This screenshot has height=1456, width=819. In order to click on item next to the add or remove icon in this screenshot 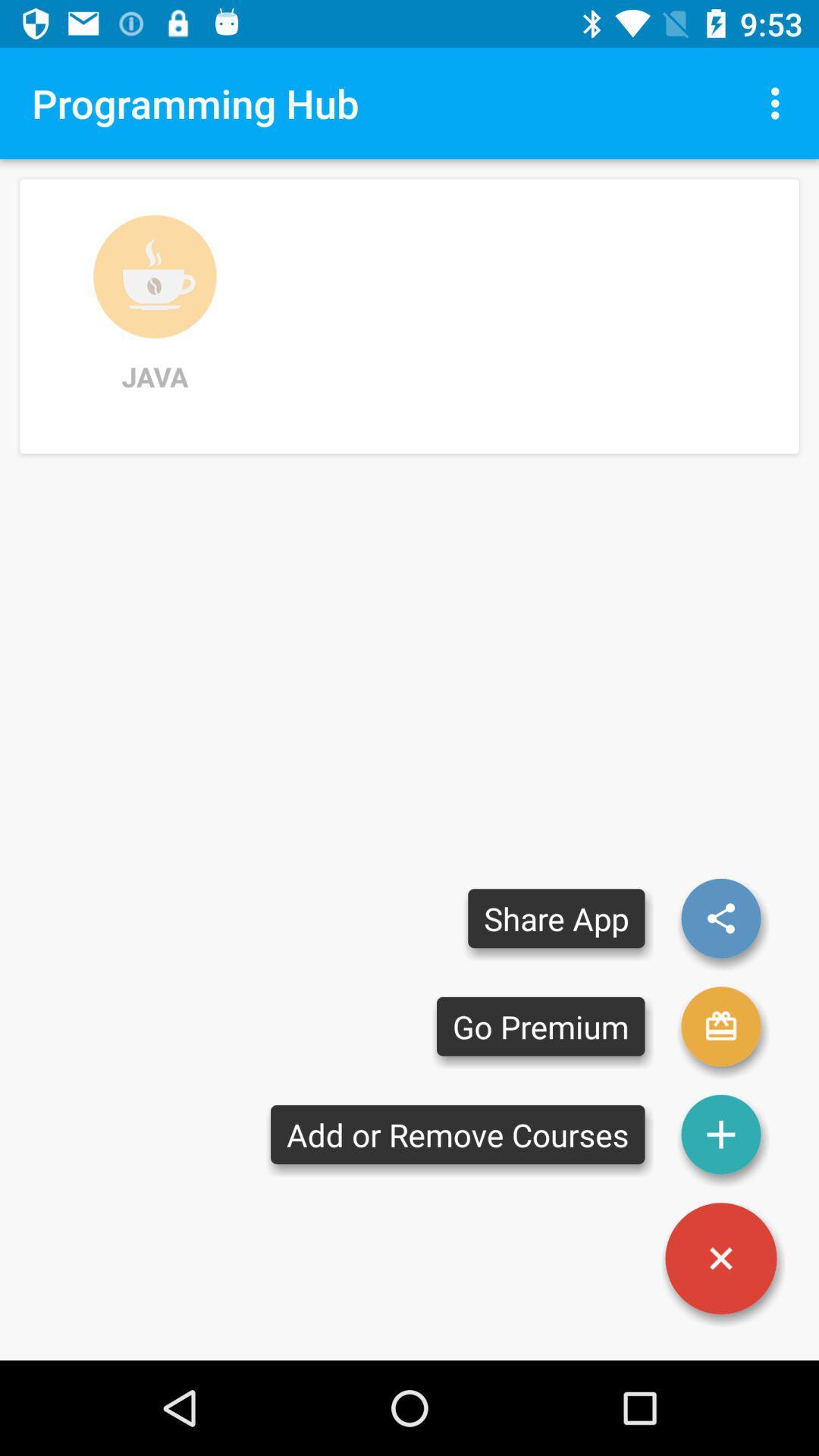, I will do `click(720, 1258)`.